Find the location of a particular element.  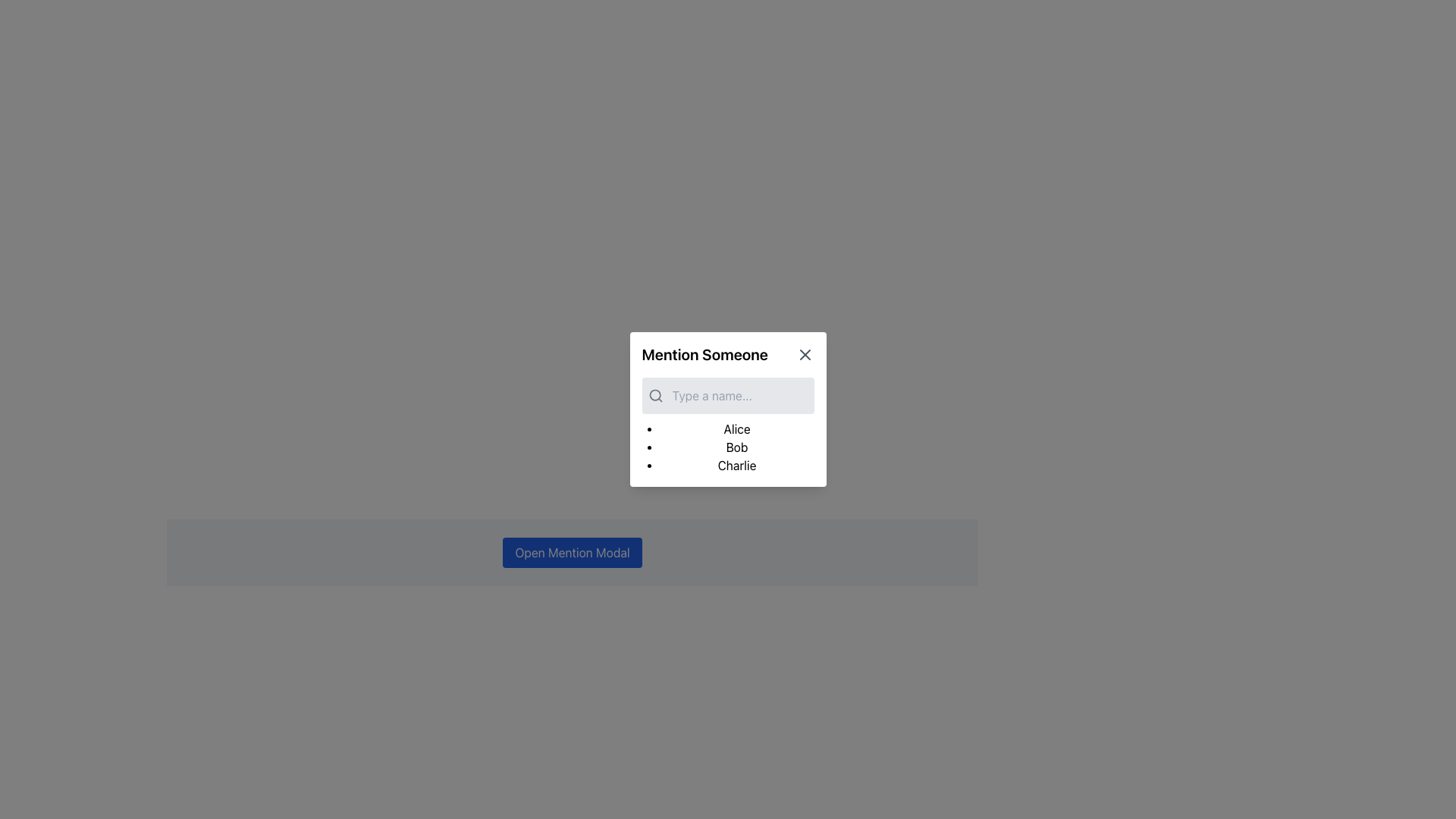

the text 'Charlie' which is the third item in the vertical bullet list within the 'Mention Someone' popup dialog is located at coordinates (736, 464).